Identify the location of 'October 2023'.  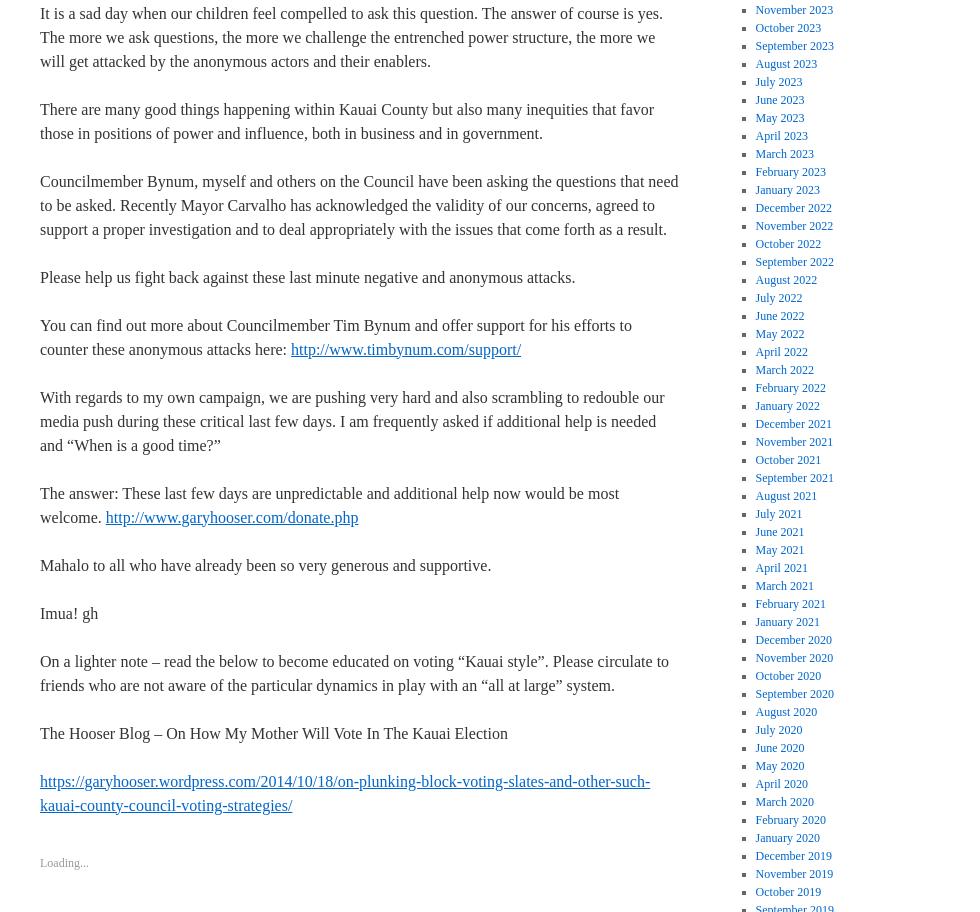
(754, 26).